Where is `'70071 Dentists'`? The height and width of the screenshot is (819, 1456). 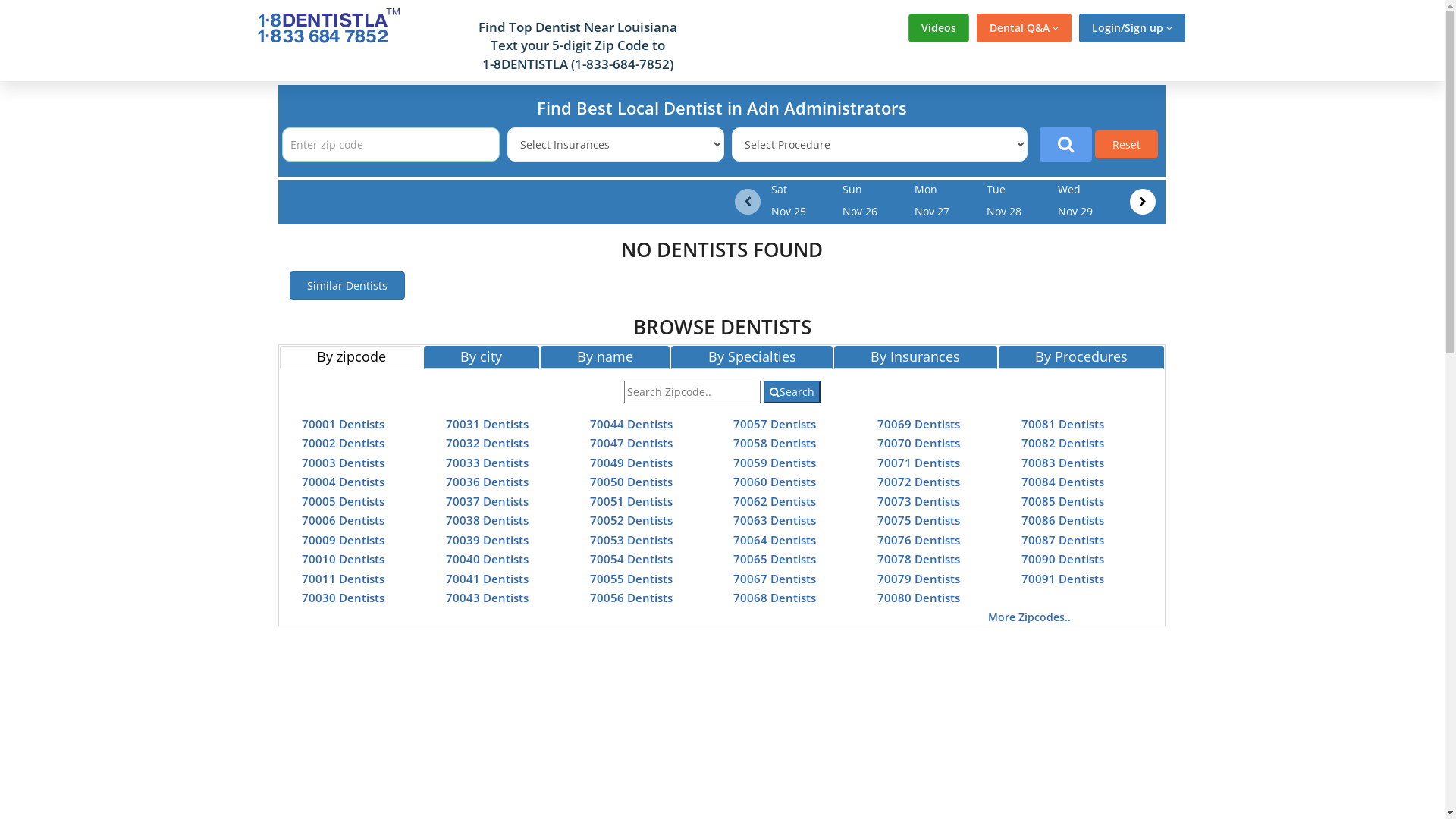
'70071 Dentists' is located at coordinates (918, 461).